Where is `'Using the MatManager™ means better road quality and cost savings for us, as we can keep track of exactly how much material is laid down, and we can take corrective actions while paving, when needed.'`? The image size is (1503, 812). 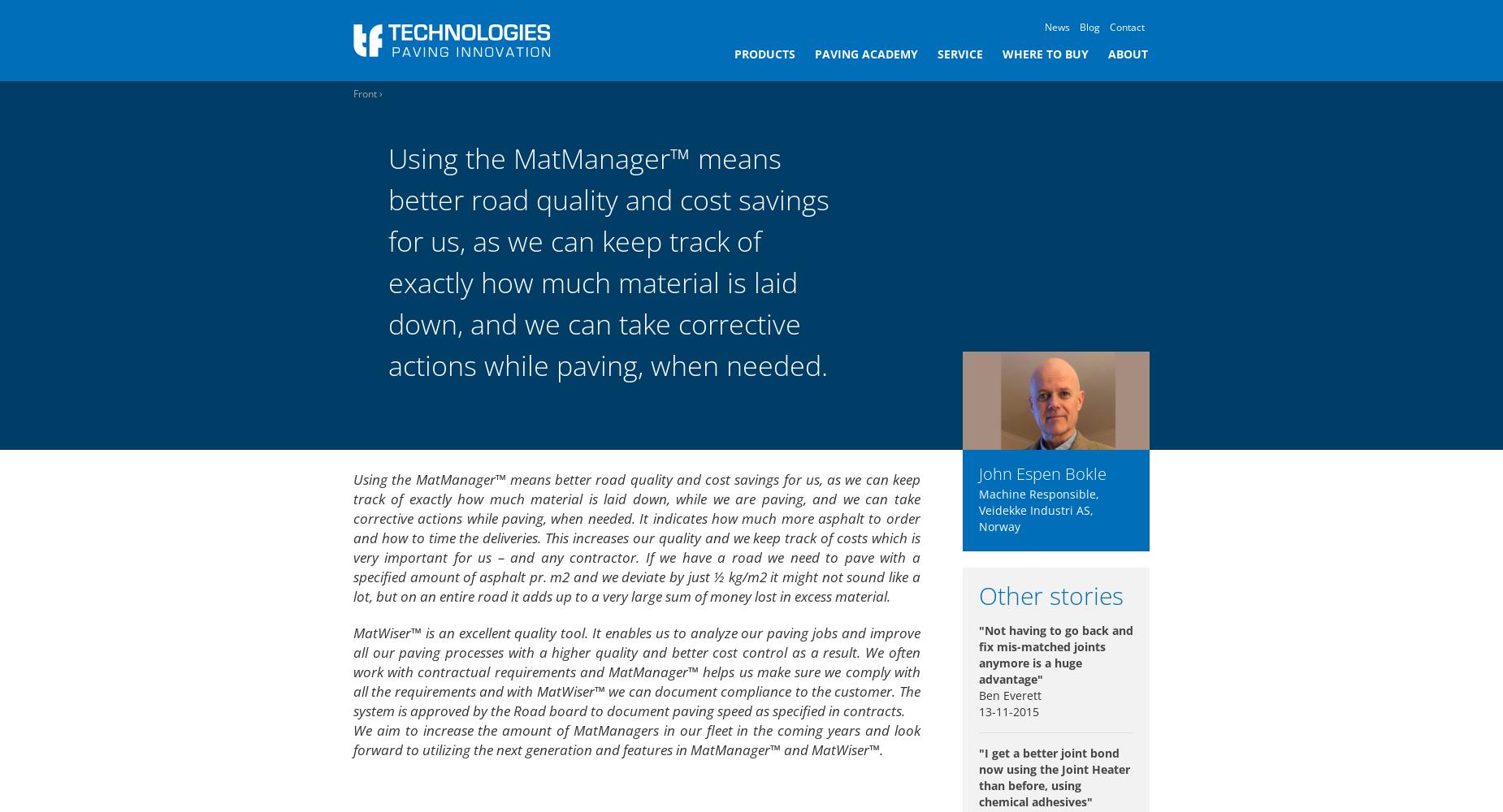
'Using the MatManager™ means better road quality and cost savings for us, as we can keep track of exactly how much material is laid down, and we can take corrective actions while paving, when needed.' is located at coordinates (608, 261).